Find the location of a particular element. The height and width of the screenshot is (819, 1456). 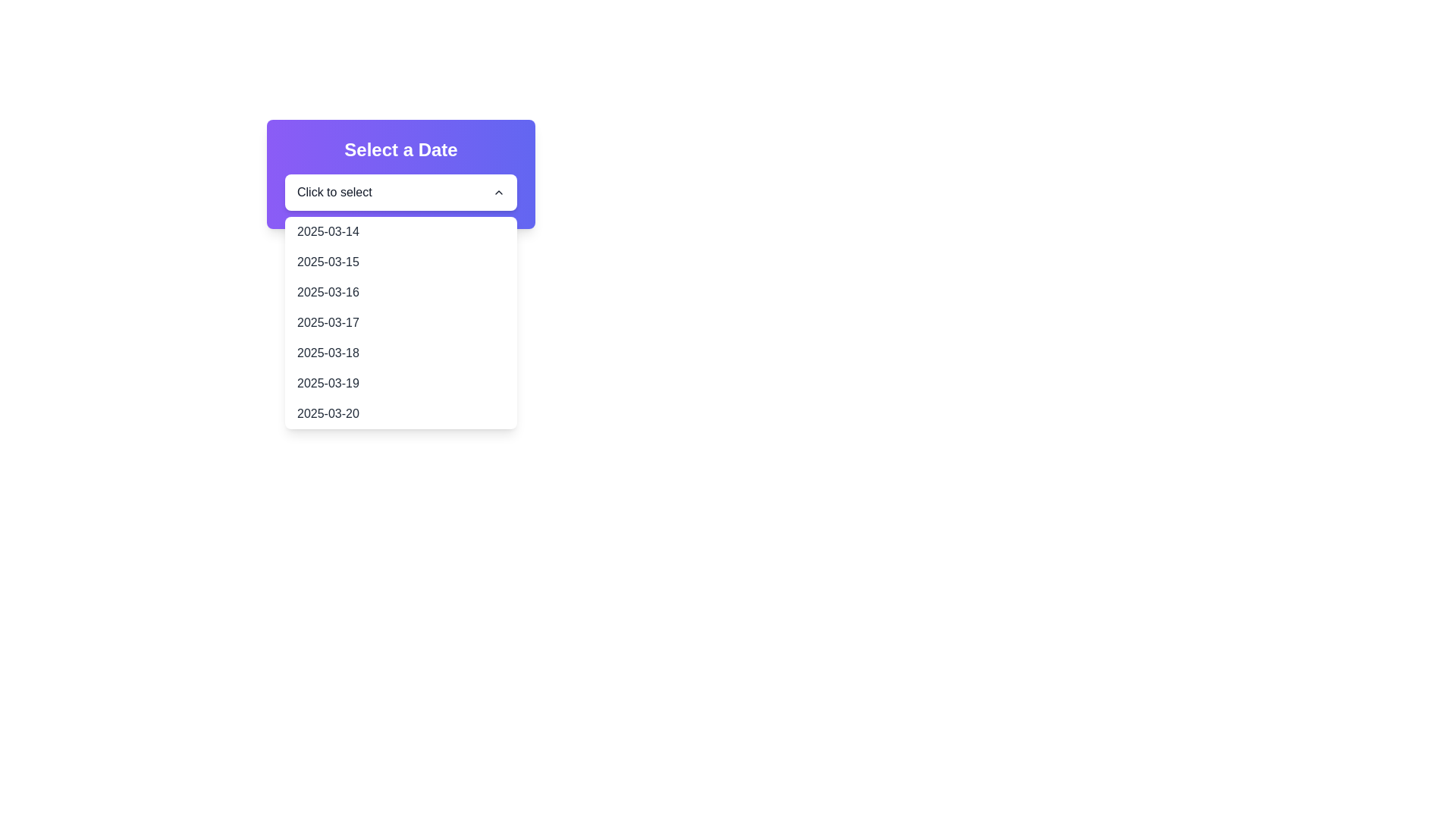

the clickable list item displaying '2025-03-15' in the drop-down menu is located at coordinates (327, 262).